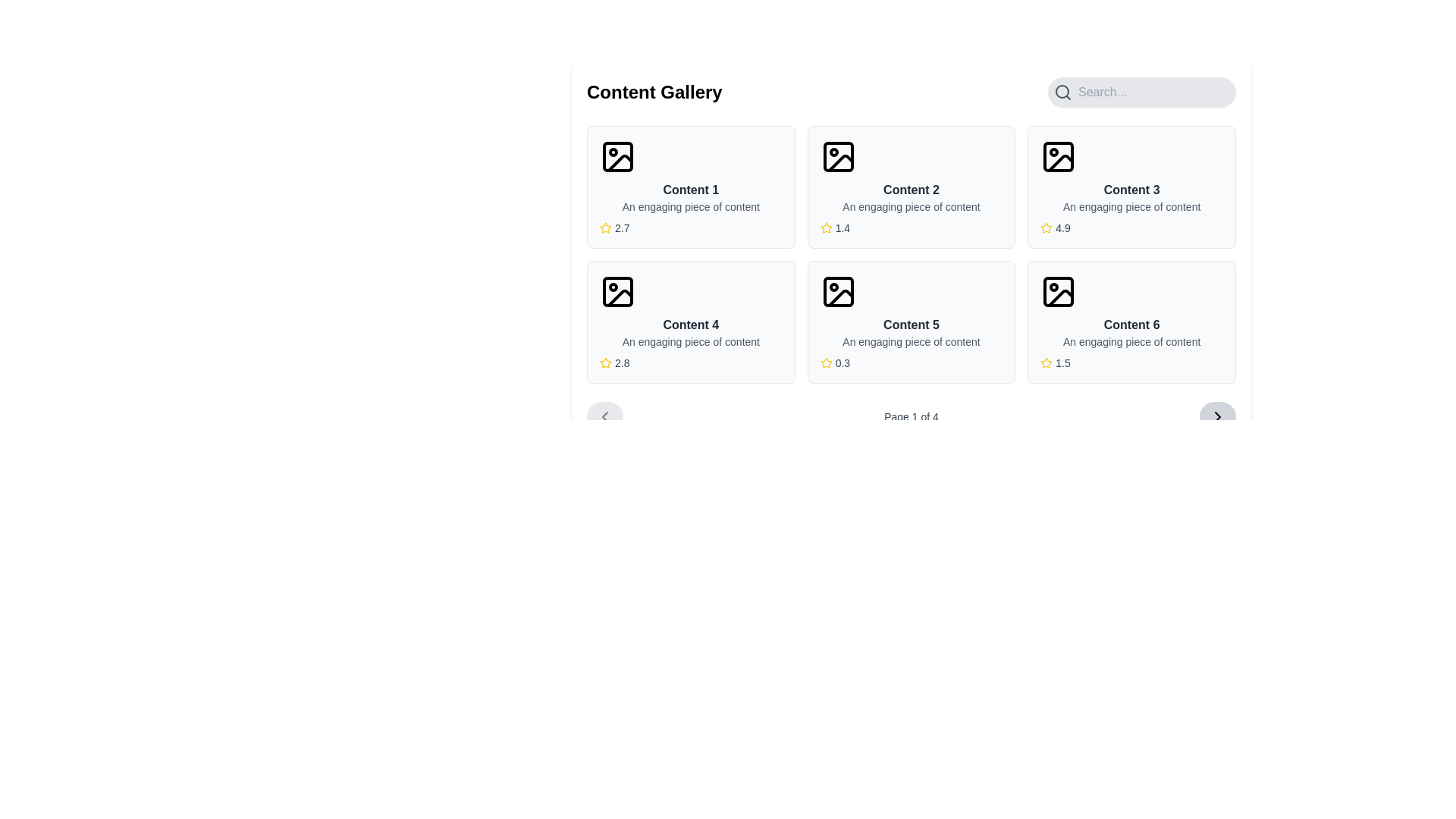 This screenshot has height=819, width=1456. What do you see at coordinates (1131, 189) in the screenshot?
I see `the title text label located in the second column of the first row of the grid, which is positioned below an image icon and above a subtitle and rating element` at bounding box center [1131, 189].